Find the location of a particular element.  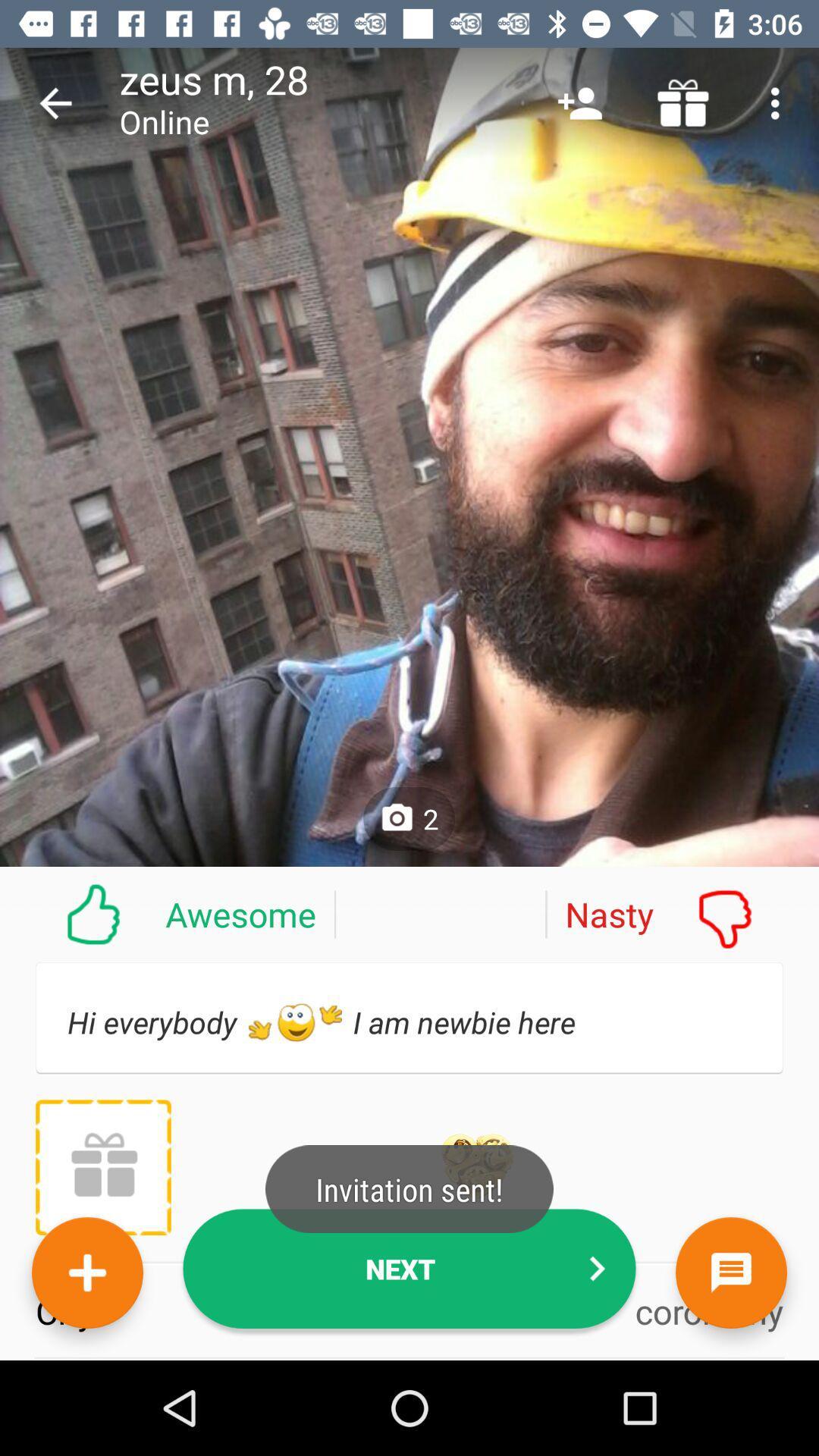

the gift icon is located at coordinates (102, 1166).